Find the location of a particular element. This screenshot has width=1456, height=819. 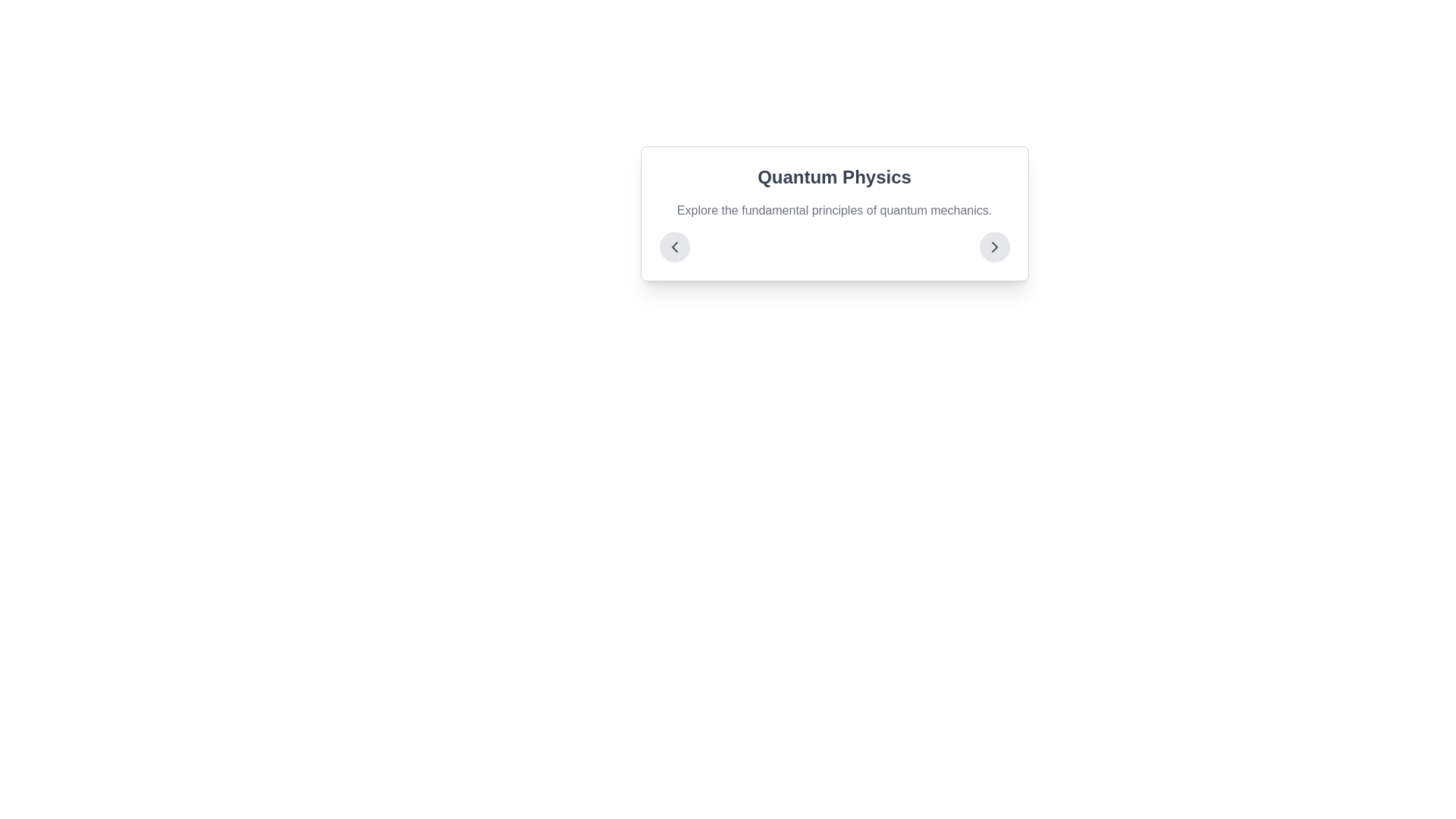

informational text within the central Content block that provides an overview of quantum mechanics is located at coordinates (833, 213).